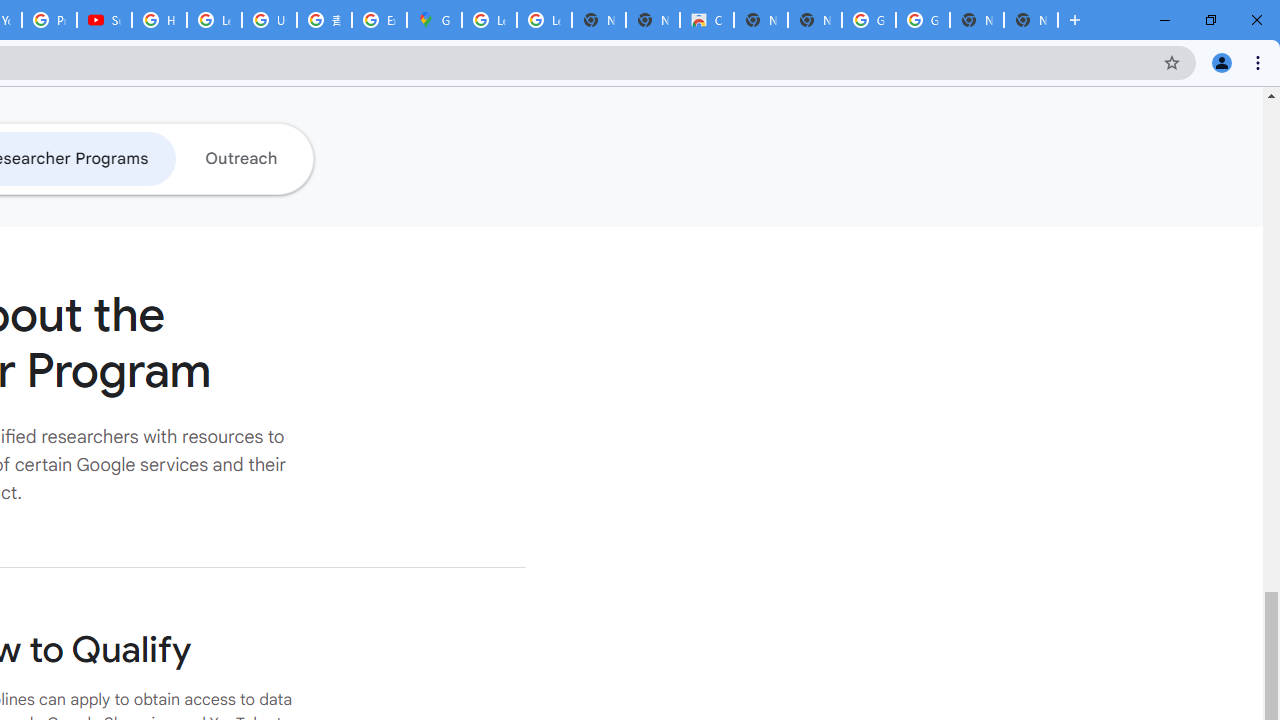 Image resolution: width=1280 pixels, height=720 pixels. Describe the element at coordinates (869, 20) in the screenshot. I see `'Google Images'` at that location.